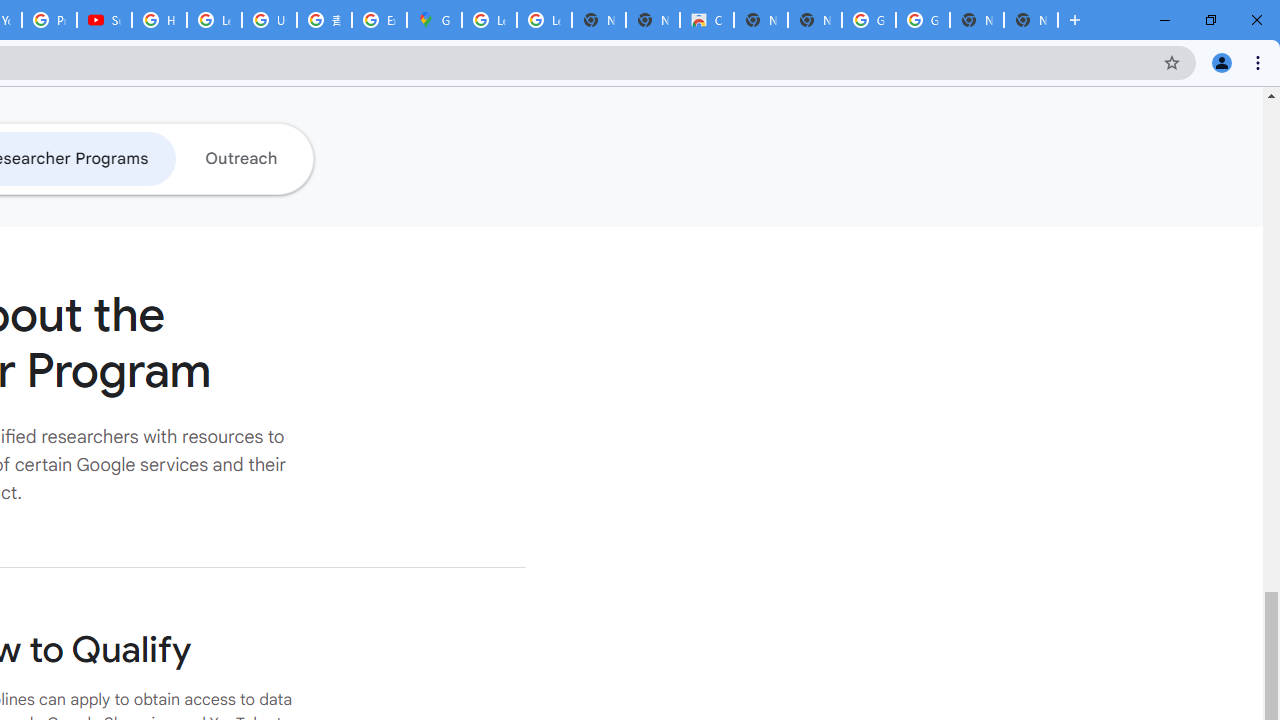 Image resolution: width=1280 pixels, height=720 pixels. Describe the element at coordinates (869, 20) in the screenshot. I see `'Google Images'` at that location.